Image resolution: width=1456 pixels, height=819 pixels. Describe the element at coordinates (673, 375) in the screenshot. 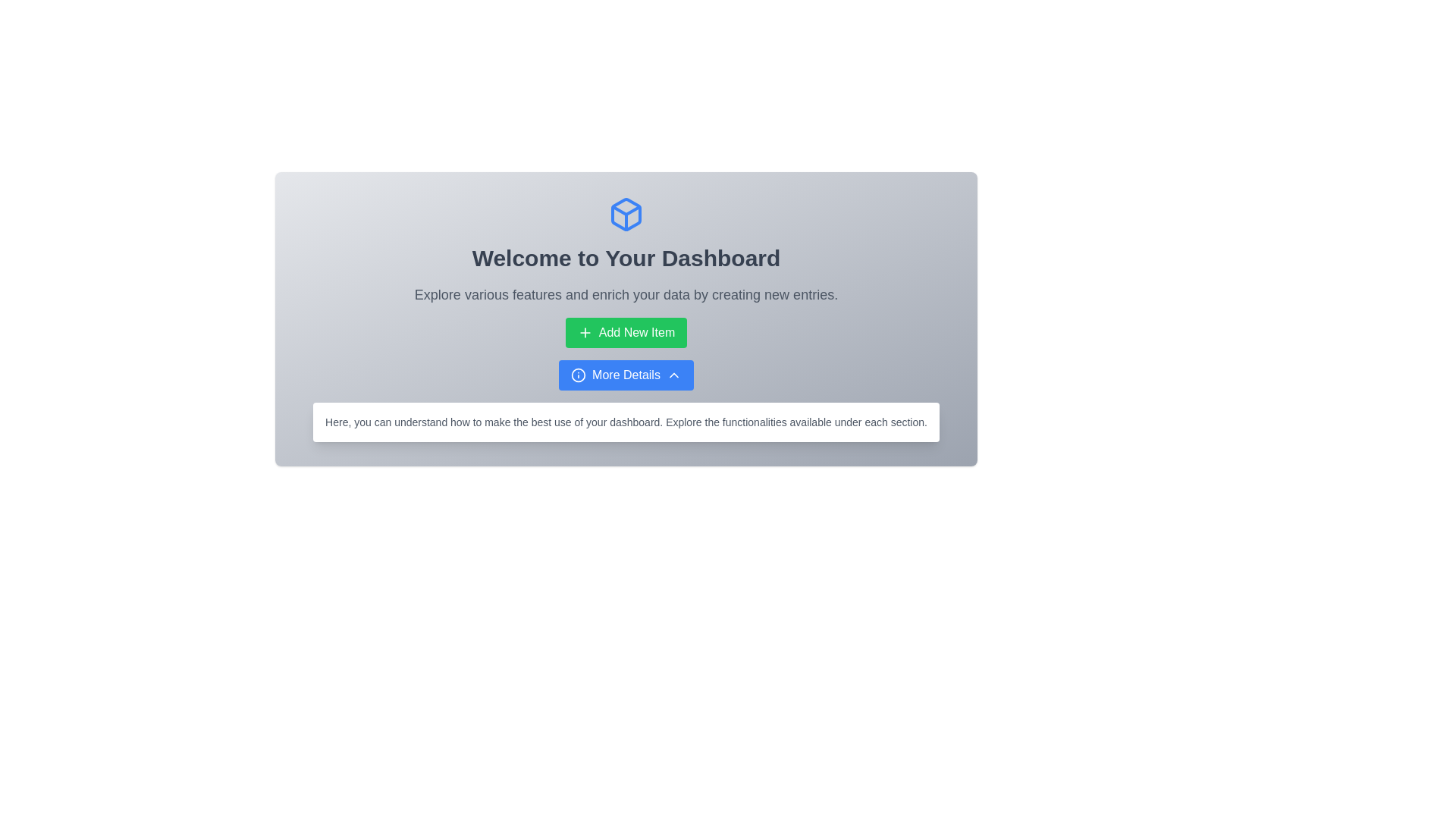

I see `the 'More Details' button which contains a downward-facing chevron icon on its right side` at that location.